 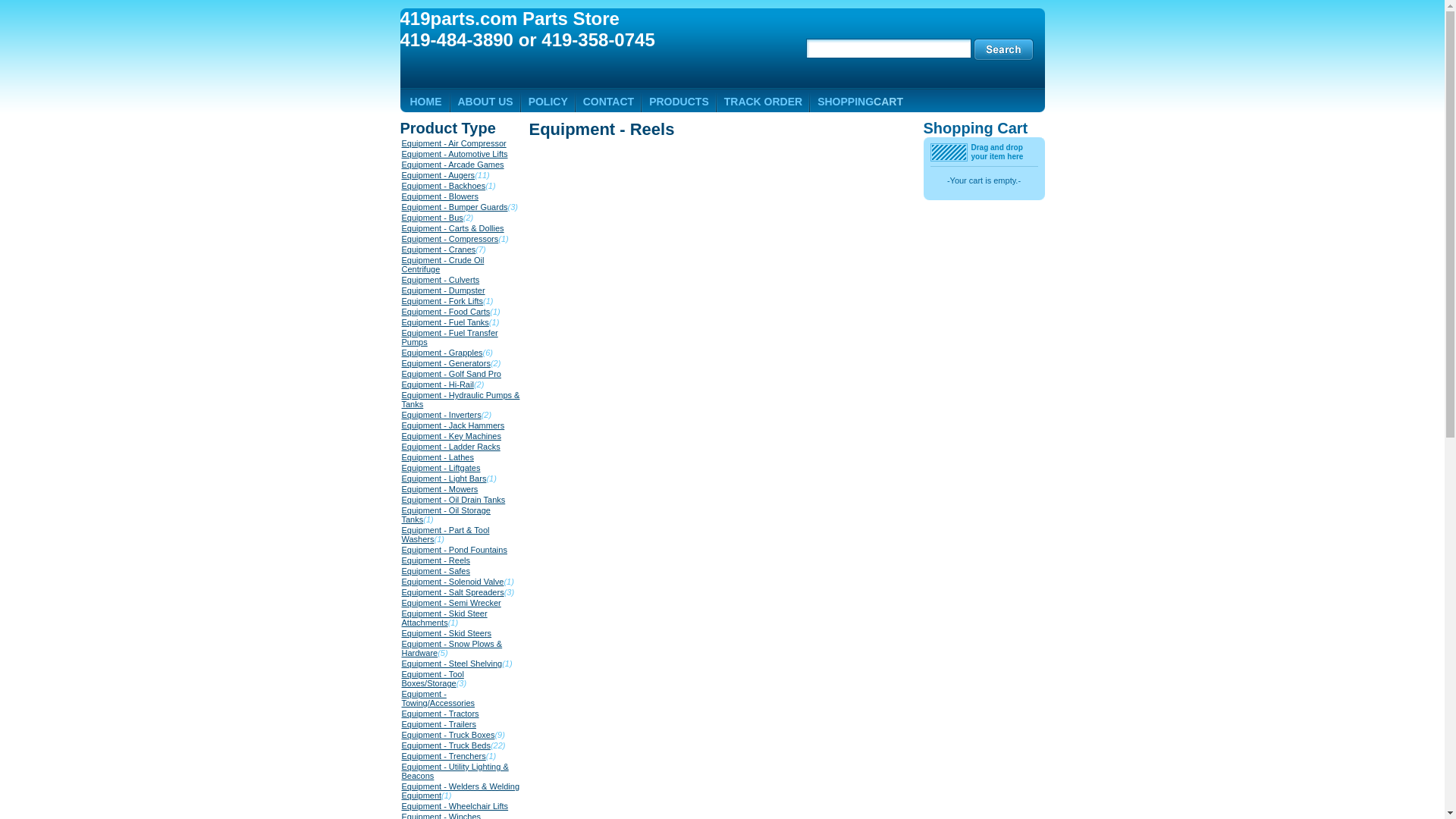 What do you see at coordinates (443, 290) in the screenshot?
I see `'Equipment - Dumpster'` at bounding box center [443, 290].